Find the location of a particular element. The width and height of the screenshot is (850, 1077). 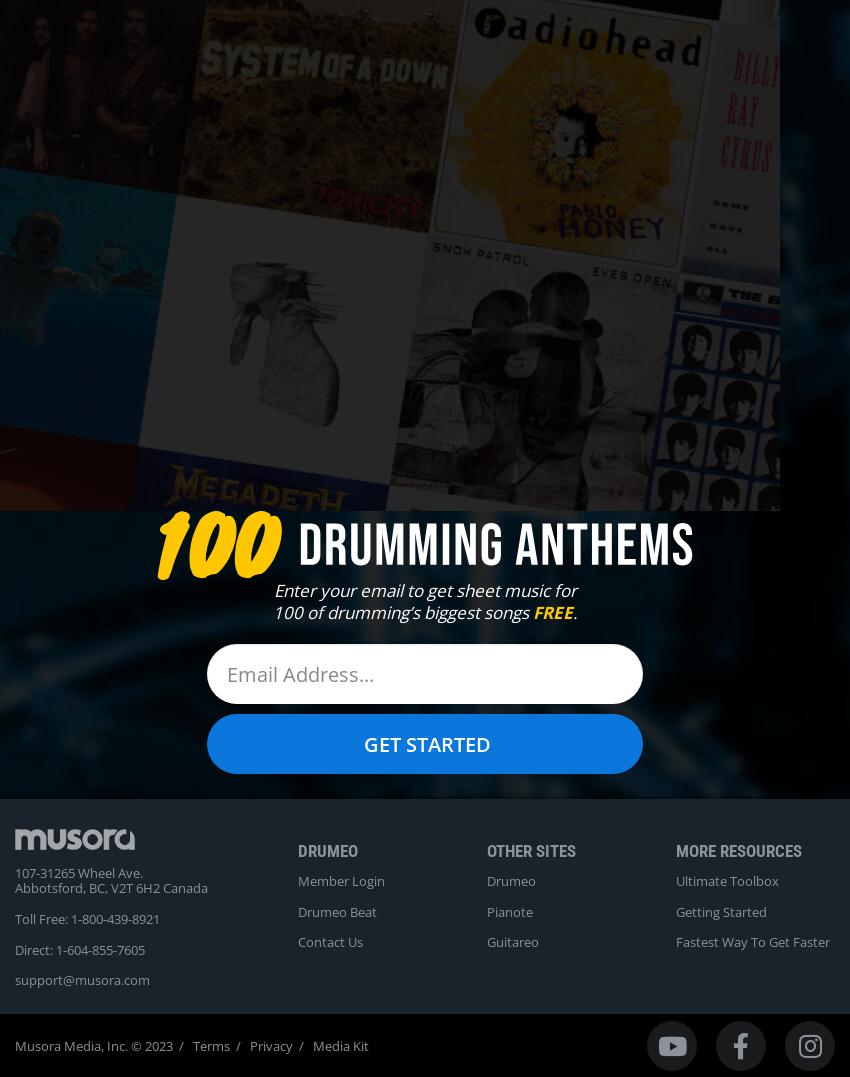

'Terms' is located at coordinates (210, 1045).